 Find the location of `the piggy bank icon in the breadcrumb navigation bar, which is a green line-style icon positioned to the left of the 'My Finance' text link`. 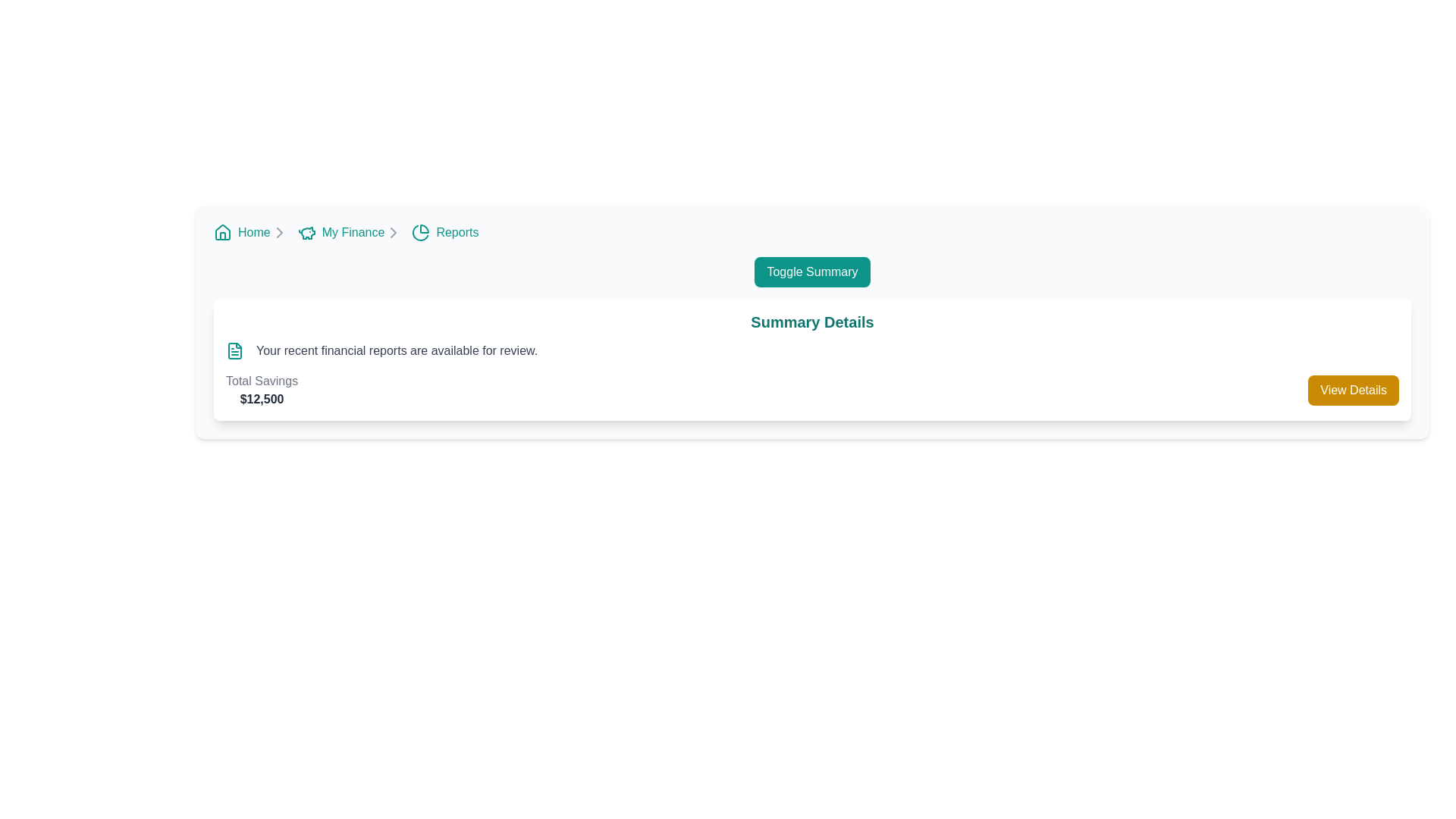

the piggy bank icon in the breadcrumb navigation bar, which is a green line-style icon positioned to the left of the 'My Finance' text link is located at coordinates (306, 233).